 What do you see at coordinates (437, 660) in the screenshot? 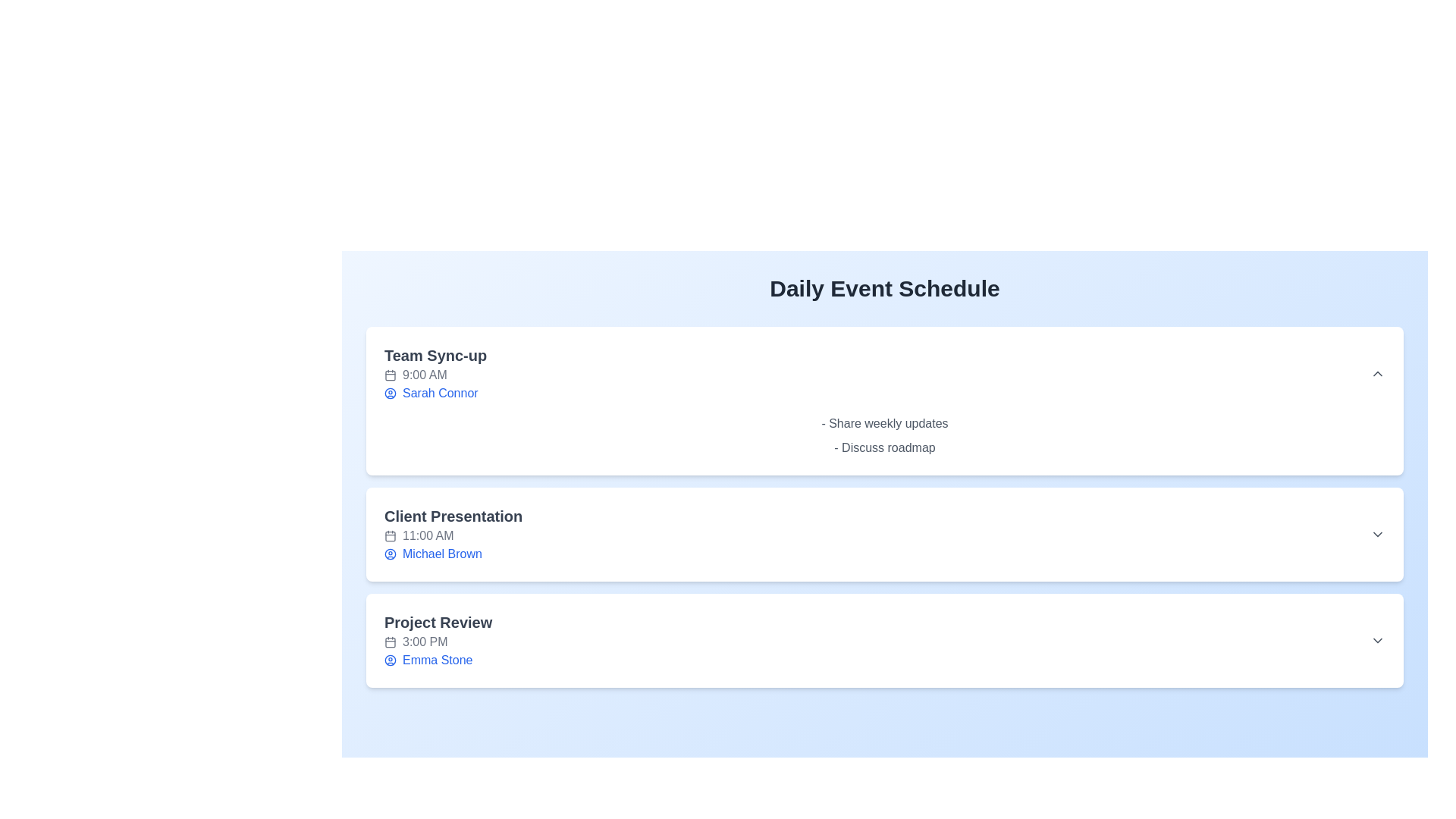
I see `the 'Emma Stone' label, which is styled as a clickable link and located in the 'Project Review' section of the 'Daily Event Schedule'` at bounding box center [437, 660].